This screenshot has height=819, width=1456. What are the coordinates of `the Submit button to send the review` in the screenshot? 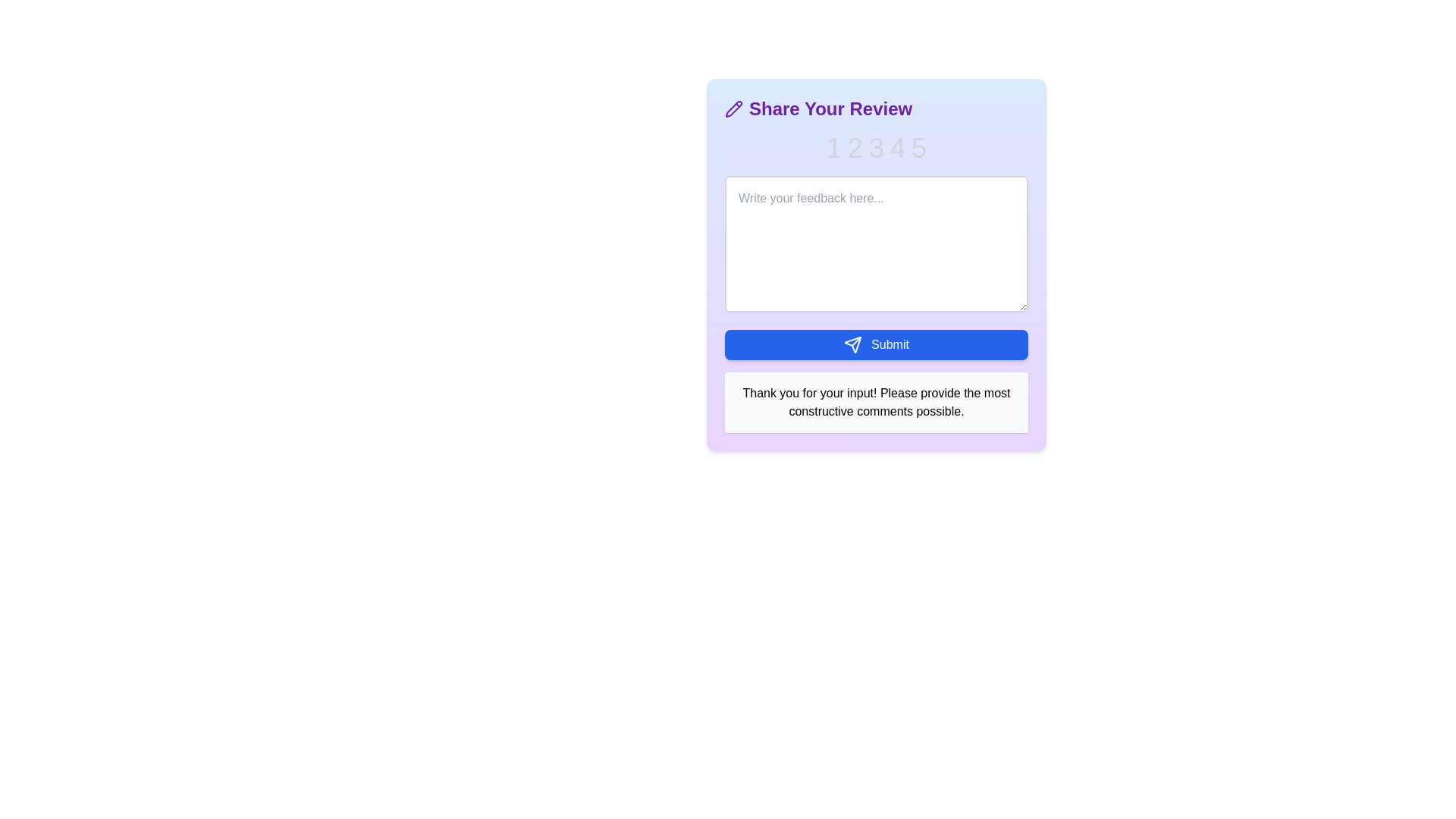 It's located at (877, 345).